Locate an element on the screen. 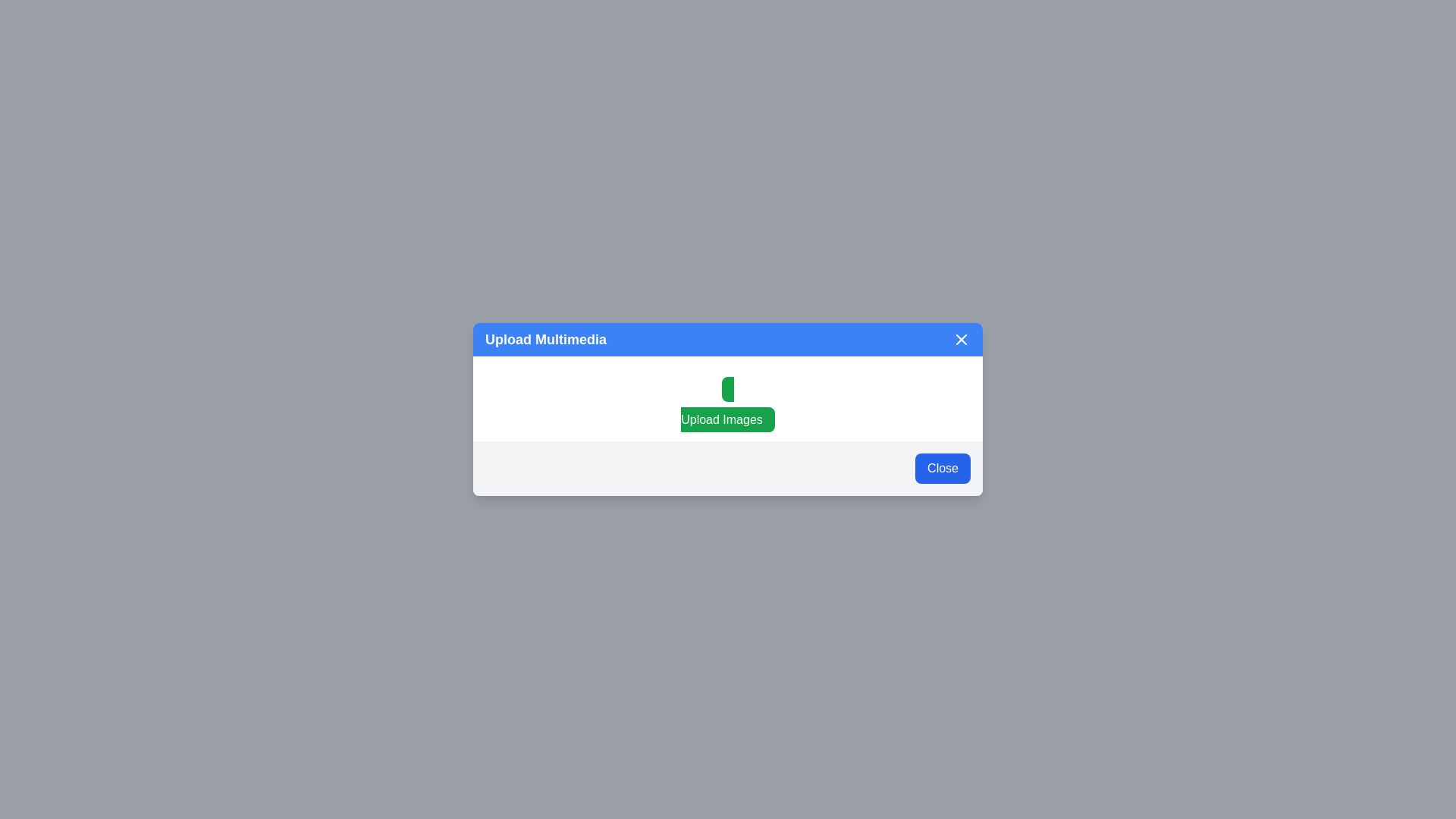  the close icon located in the top-right corner of the modal is located at coordinates (960, 338).